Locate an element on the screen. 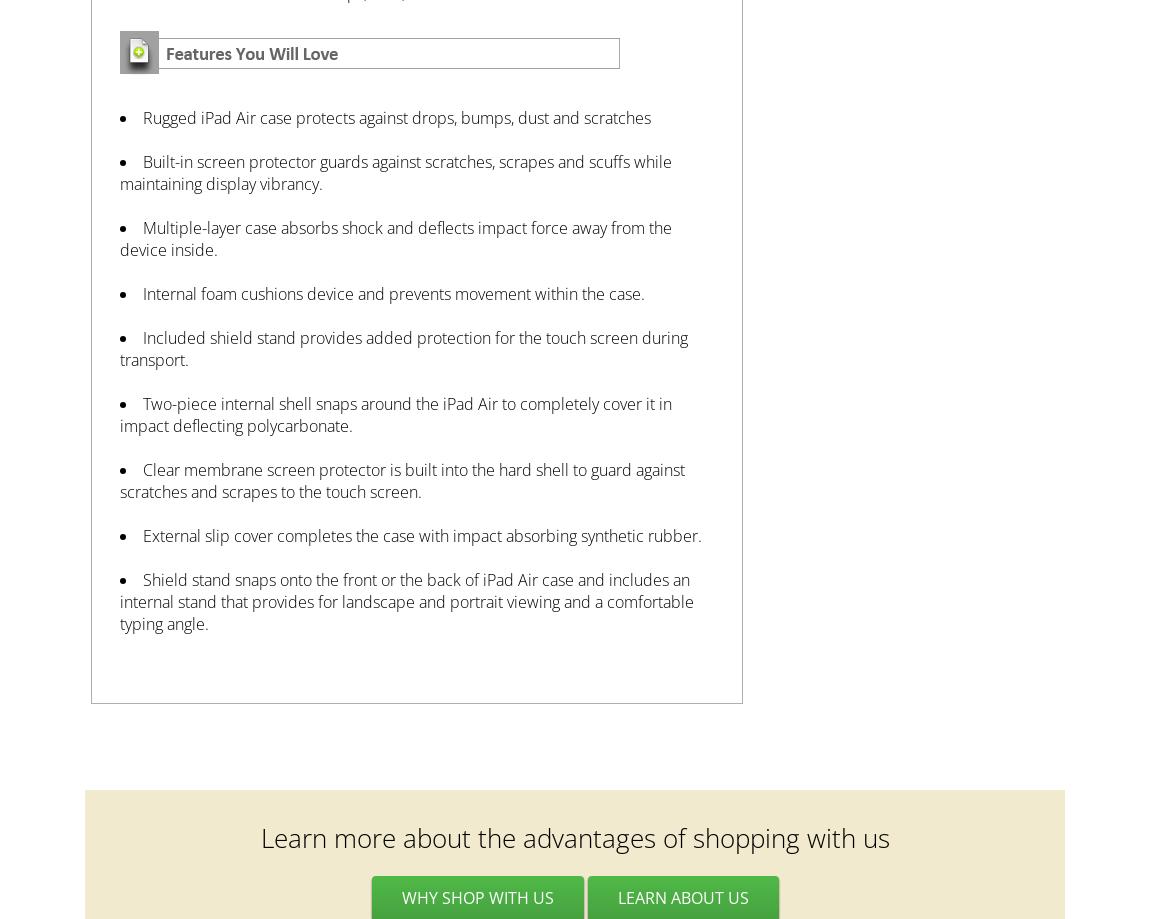 The image size is (1150, 919). 'Built-in screen protector guards against scratches, scrapes and scuffs while maintaining display vibrancy.' is located at coordinates (395, 171).